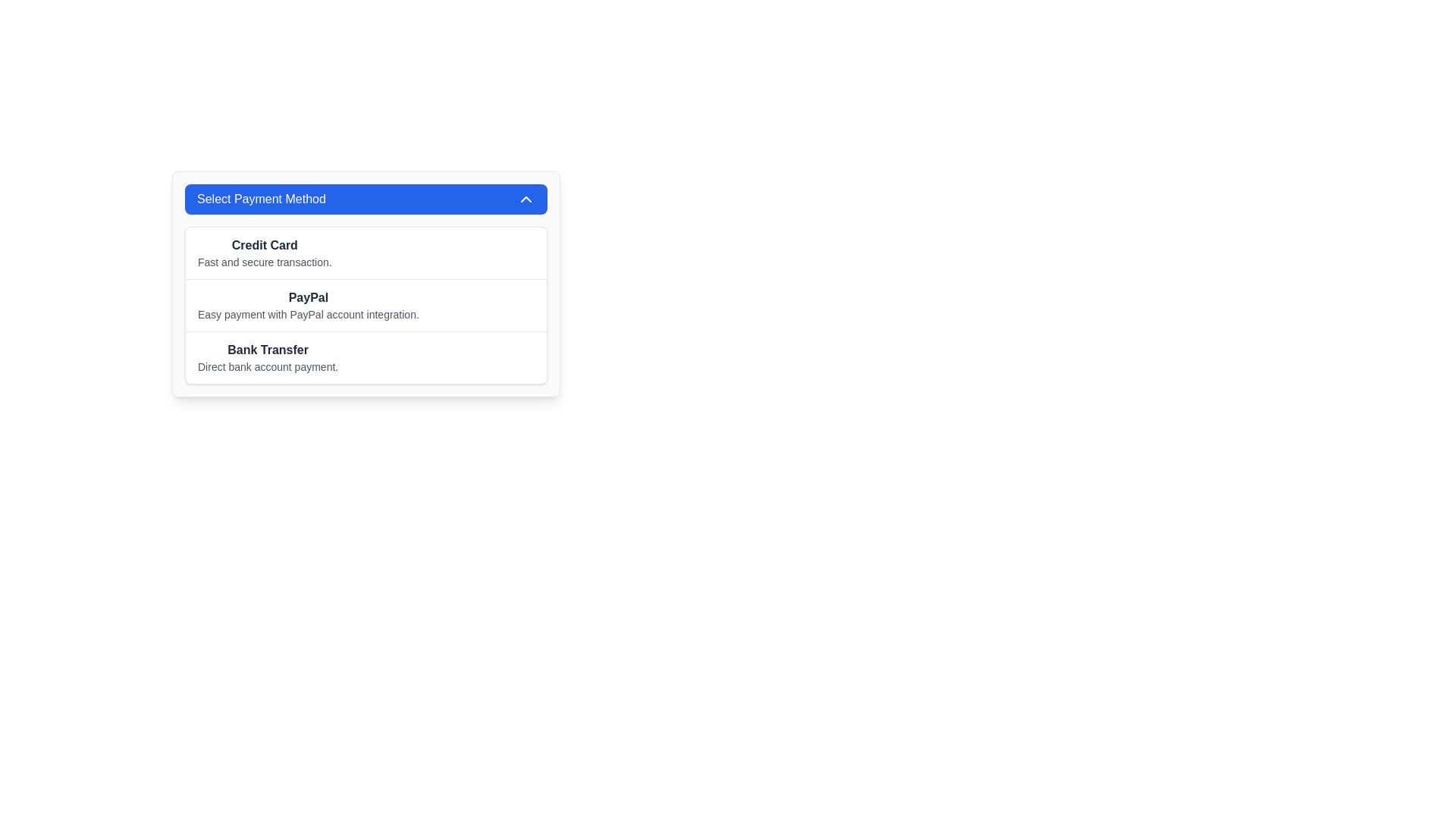 This screenshot has height=819, width=1456. Describe the element at coordinates (526, 198) in the screenshot. I see `the chevron icon located on the far right side of the 'Select Payment Method' header bar to trigger potential hover effects` at that location.